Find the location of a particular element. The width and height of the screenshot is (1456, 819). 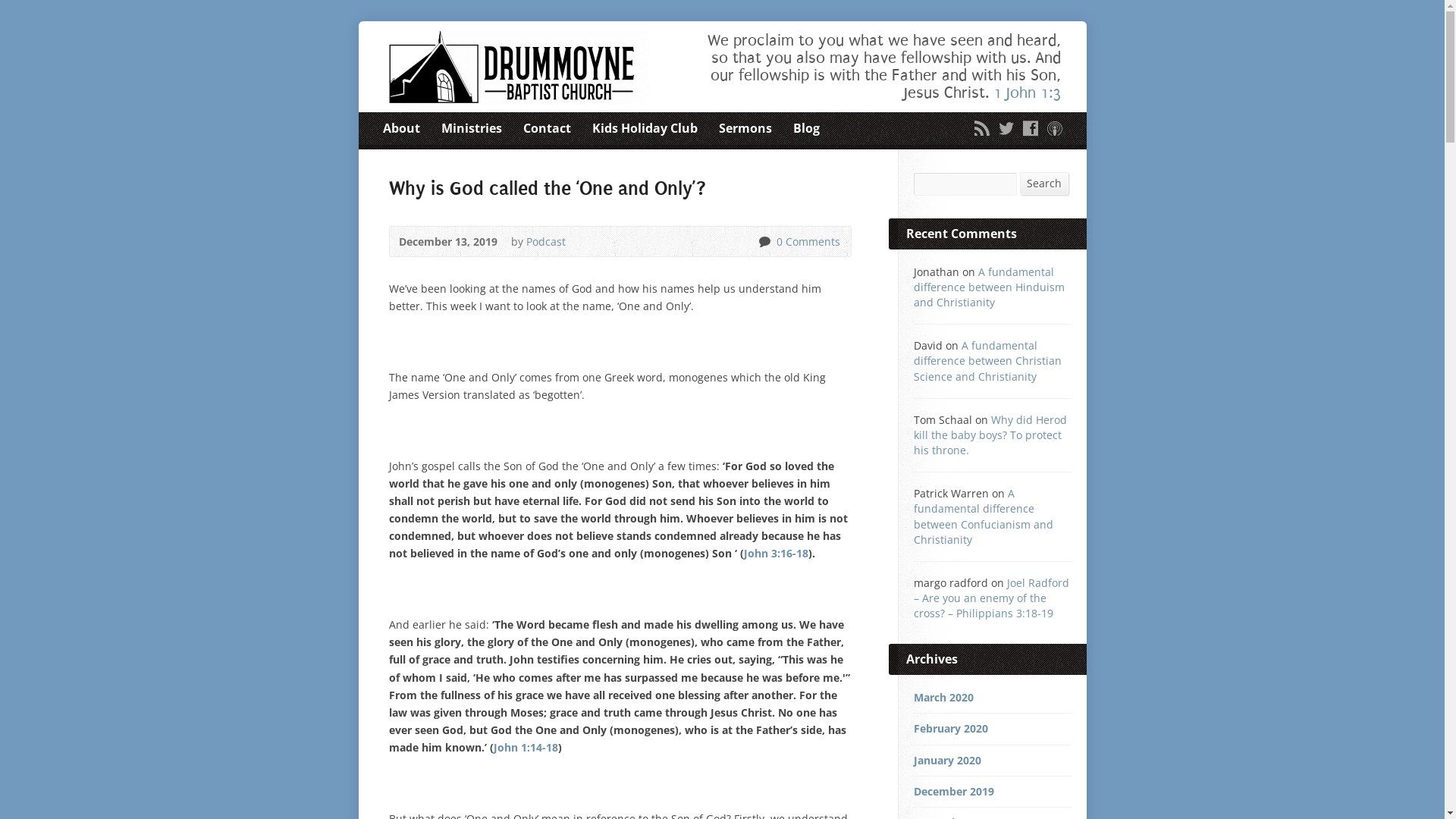

'February 2020' is located at coordinates (949, 727).